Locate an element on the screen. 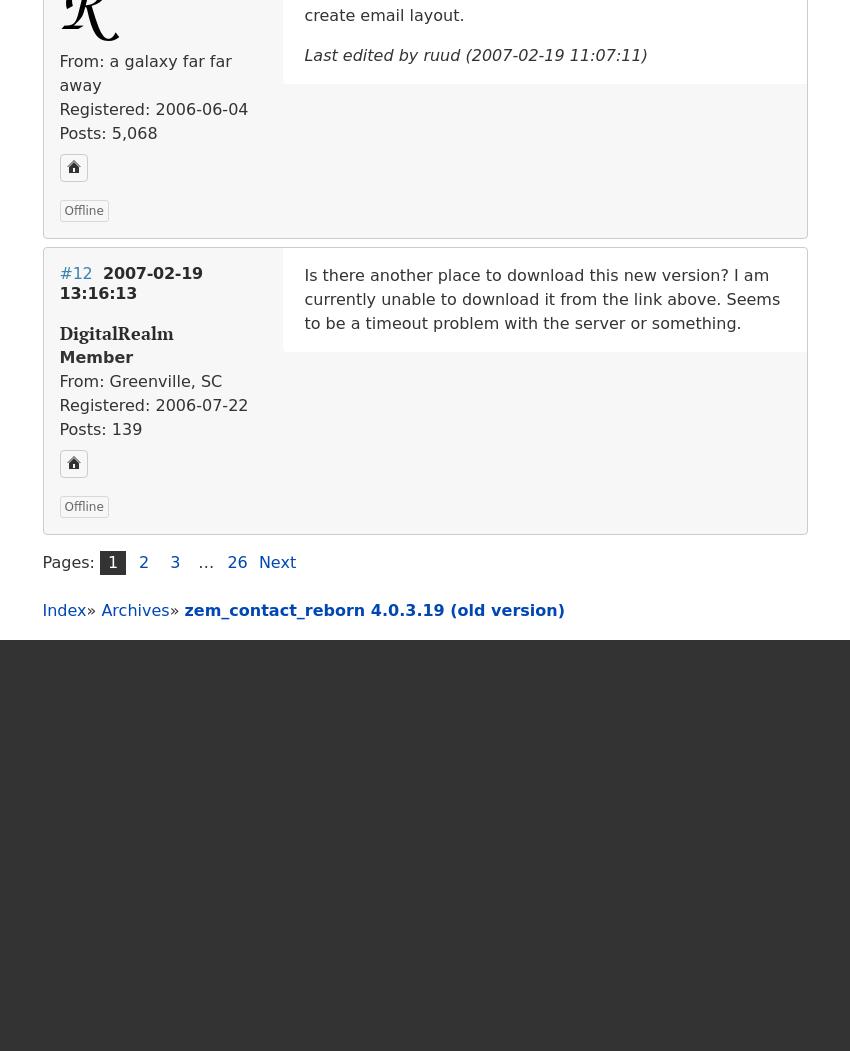 This screenshot has height=1051, width=850. 'Next' is located at coordinates (276, 560).